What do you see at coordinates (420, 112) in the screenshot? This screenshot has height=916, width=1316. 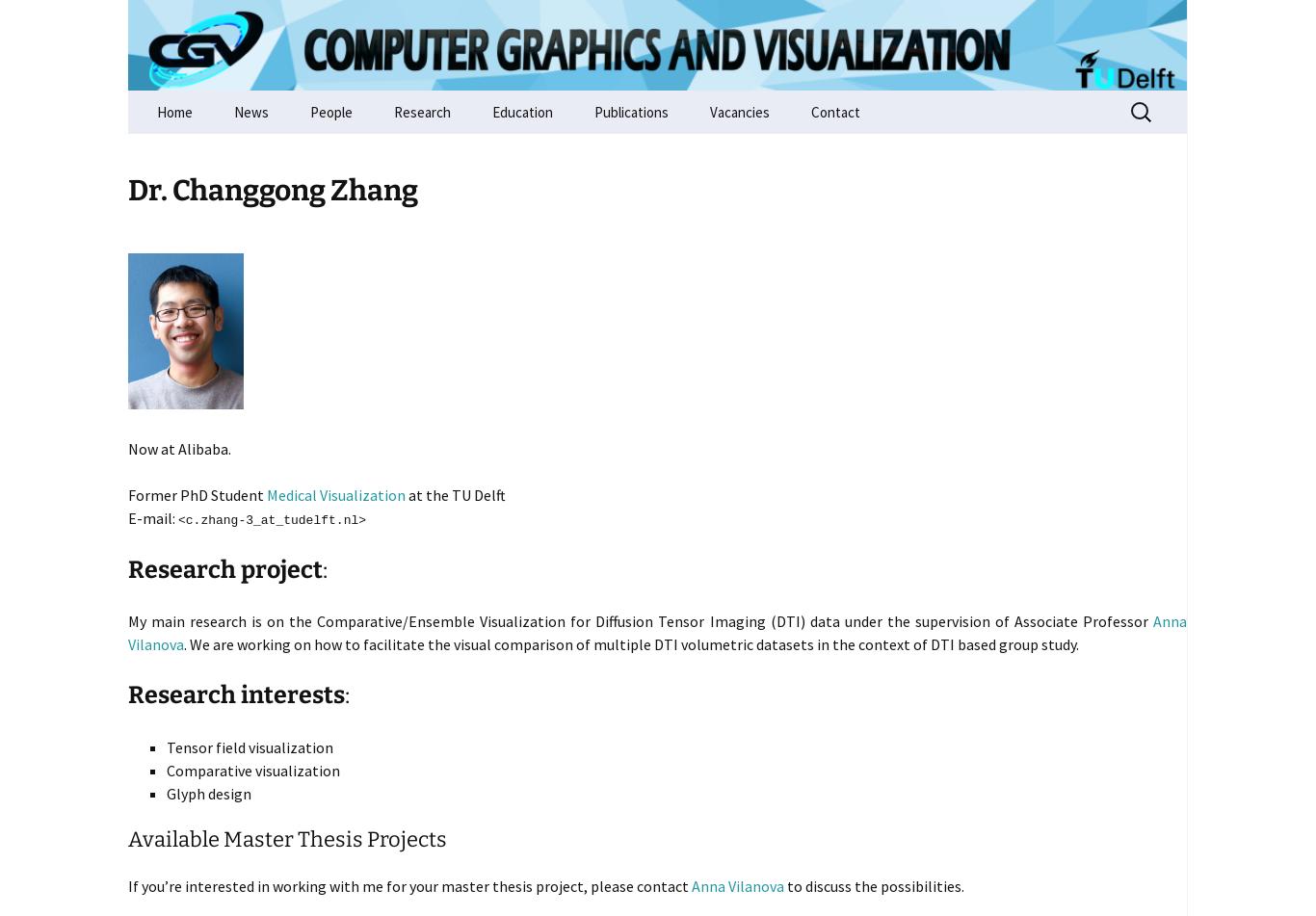 I see `'Research'` at bounding box center [420, 112].